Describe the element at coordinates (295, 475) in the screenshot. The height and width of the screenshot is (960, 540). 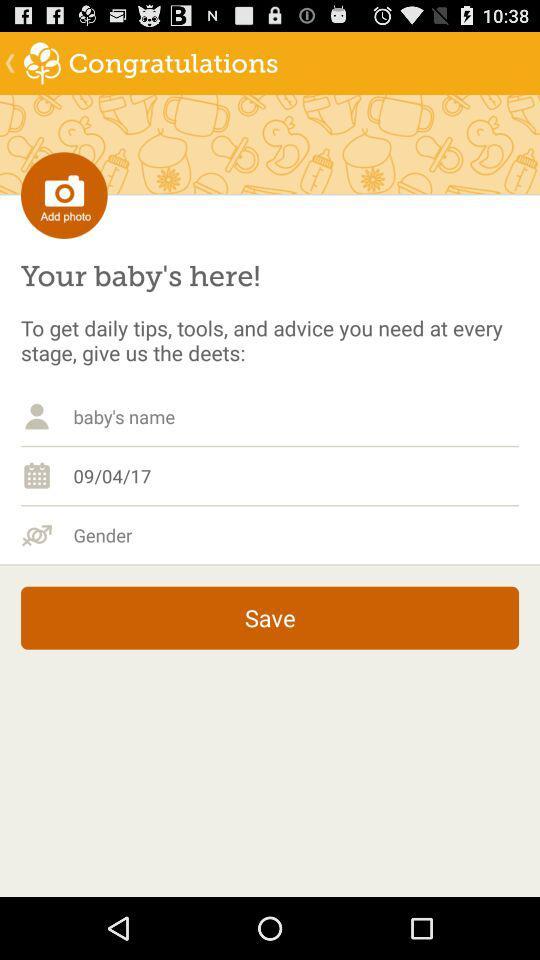
I see `09/04/17 app` at that location.